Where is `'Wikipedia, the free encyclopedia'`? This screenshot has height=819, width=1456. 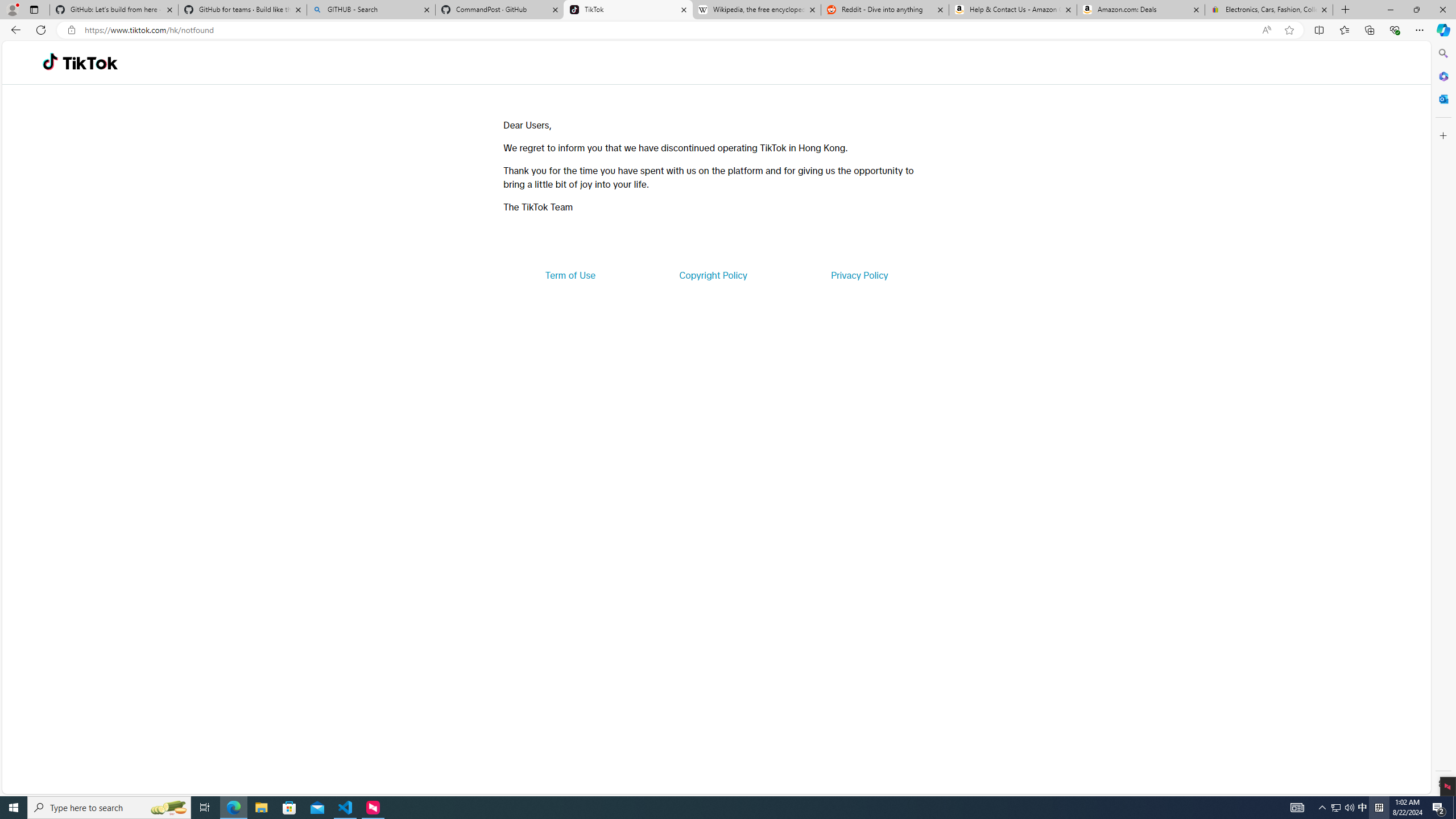
'Wikipedia, the free encyclopedia' is located at coordinates (755, 9).